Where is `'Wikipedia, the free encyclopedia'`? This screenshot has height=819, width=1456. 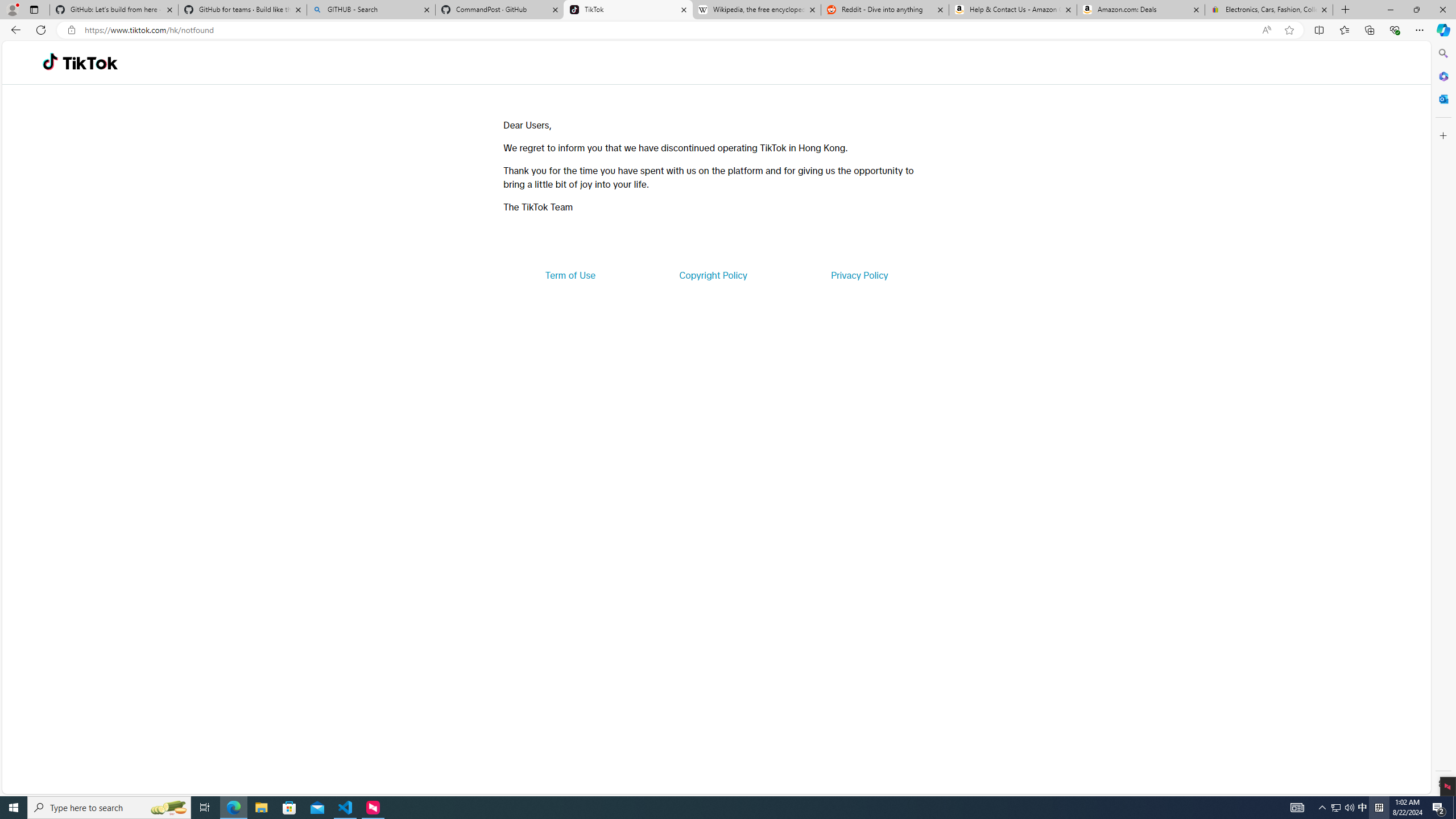
'Wikipedia, the free encyclopedia' is located at coordinates (755, 9).